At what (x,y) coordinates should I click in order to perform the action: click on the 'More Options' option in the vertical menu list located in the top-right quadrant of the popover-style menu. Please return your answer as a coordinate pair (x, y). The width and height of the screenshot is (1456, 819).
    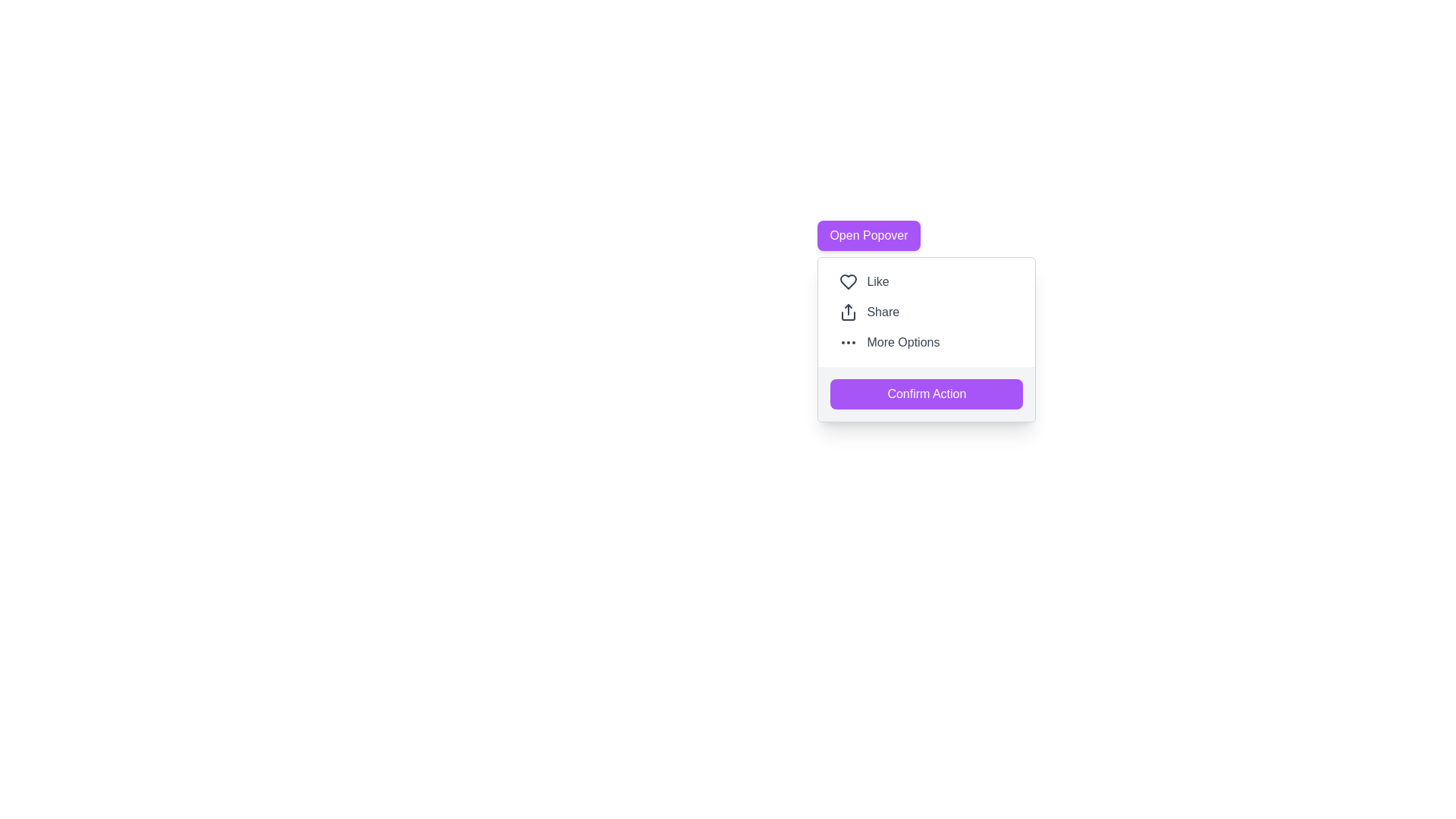
    Looking at the image, I should click on (926, 312).